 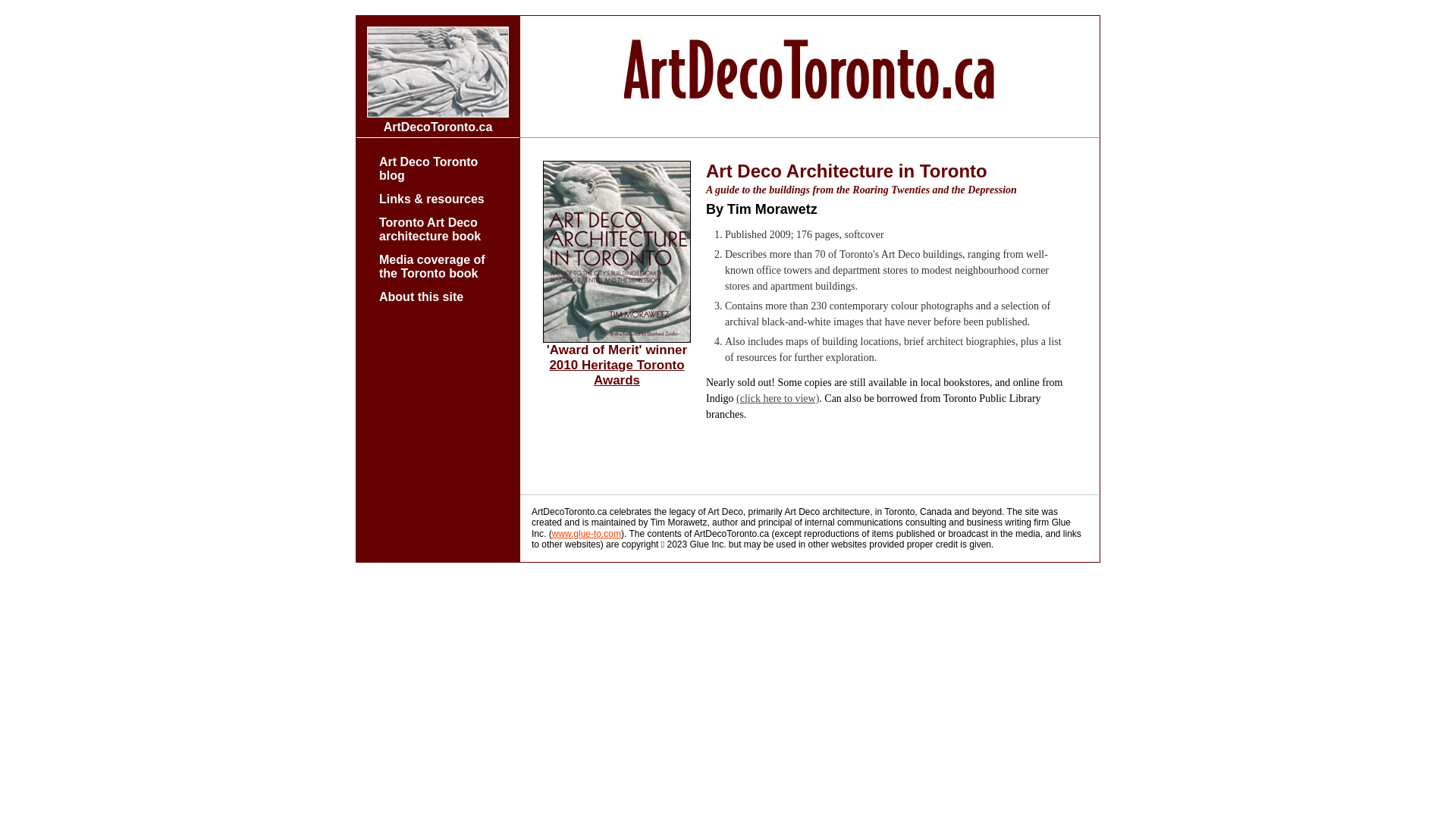 I want to click on 'Toronto Art Deco architecture book', so click(x=428, y=227).